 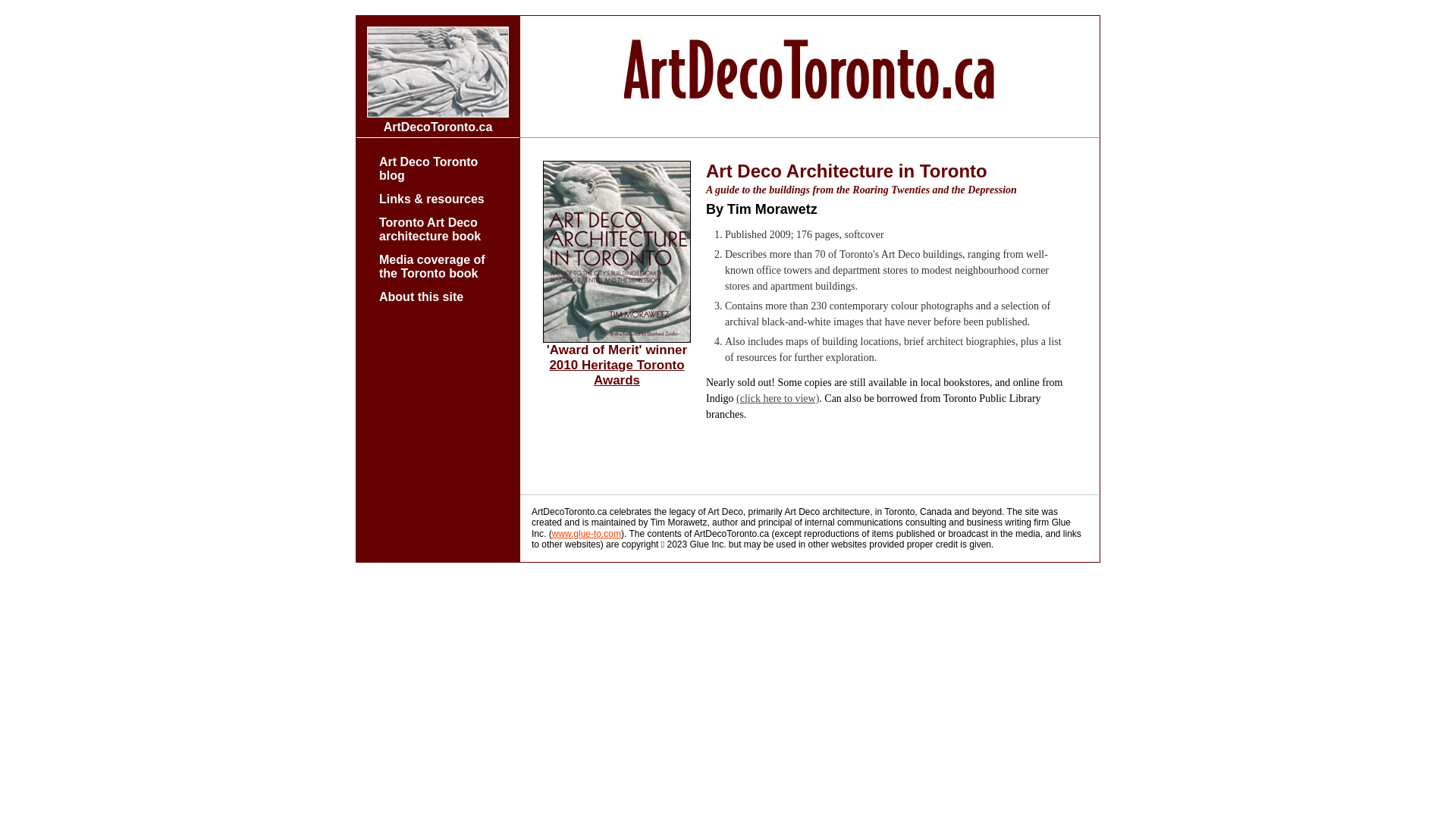 I want to click on 'Toronto Art Deco architecture book', so click(x=428, y=227).